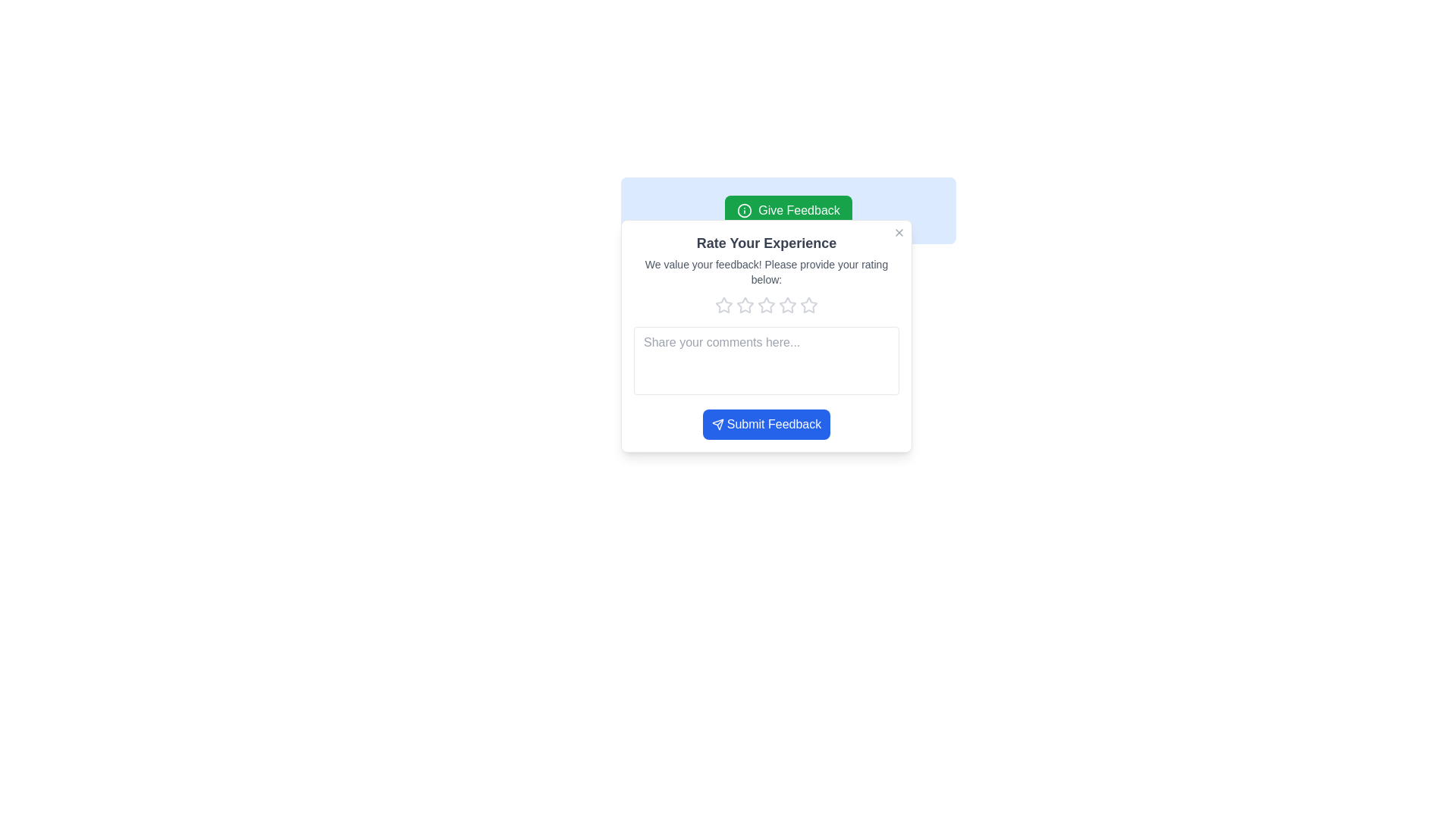 This screenshot has width=1456, height=819. I want to click on the paper plane icon located to the left of the 'Submit Feedback' text, which is styled with a rounded and outlined design in a uniform, off-white color, so click(717, 424).